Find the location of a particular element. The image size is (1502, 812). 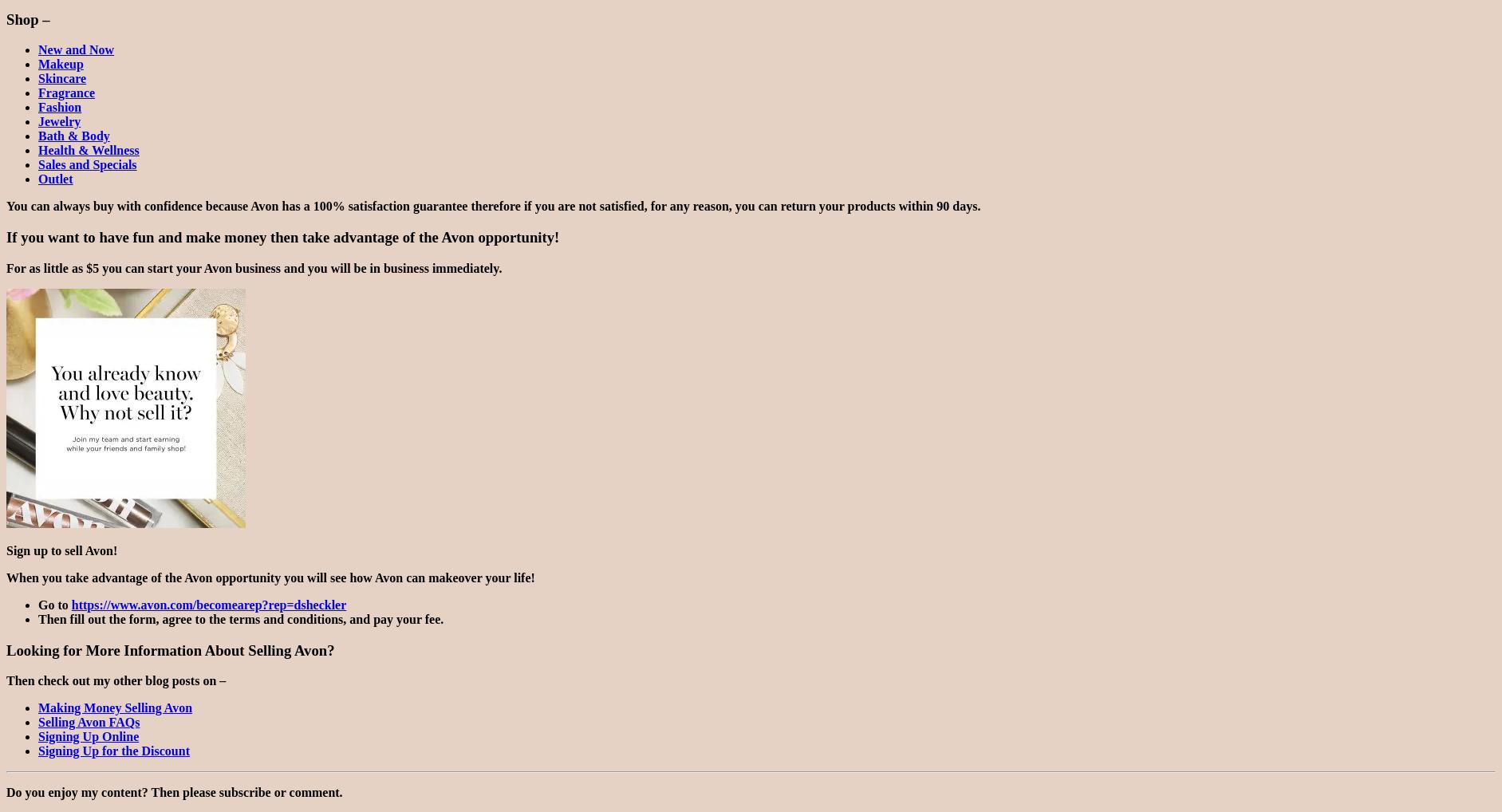

'Signing Up Online' is located at coordinates (87, 735).